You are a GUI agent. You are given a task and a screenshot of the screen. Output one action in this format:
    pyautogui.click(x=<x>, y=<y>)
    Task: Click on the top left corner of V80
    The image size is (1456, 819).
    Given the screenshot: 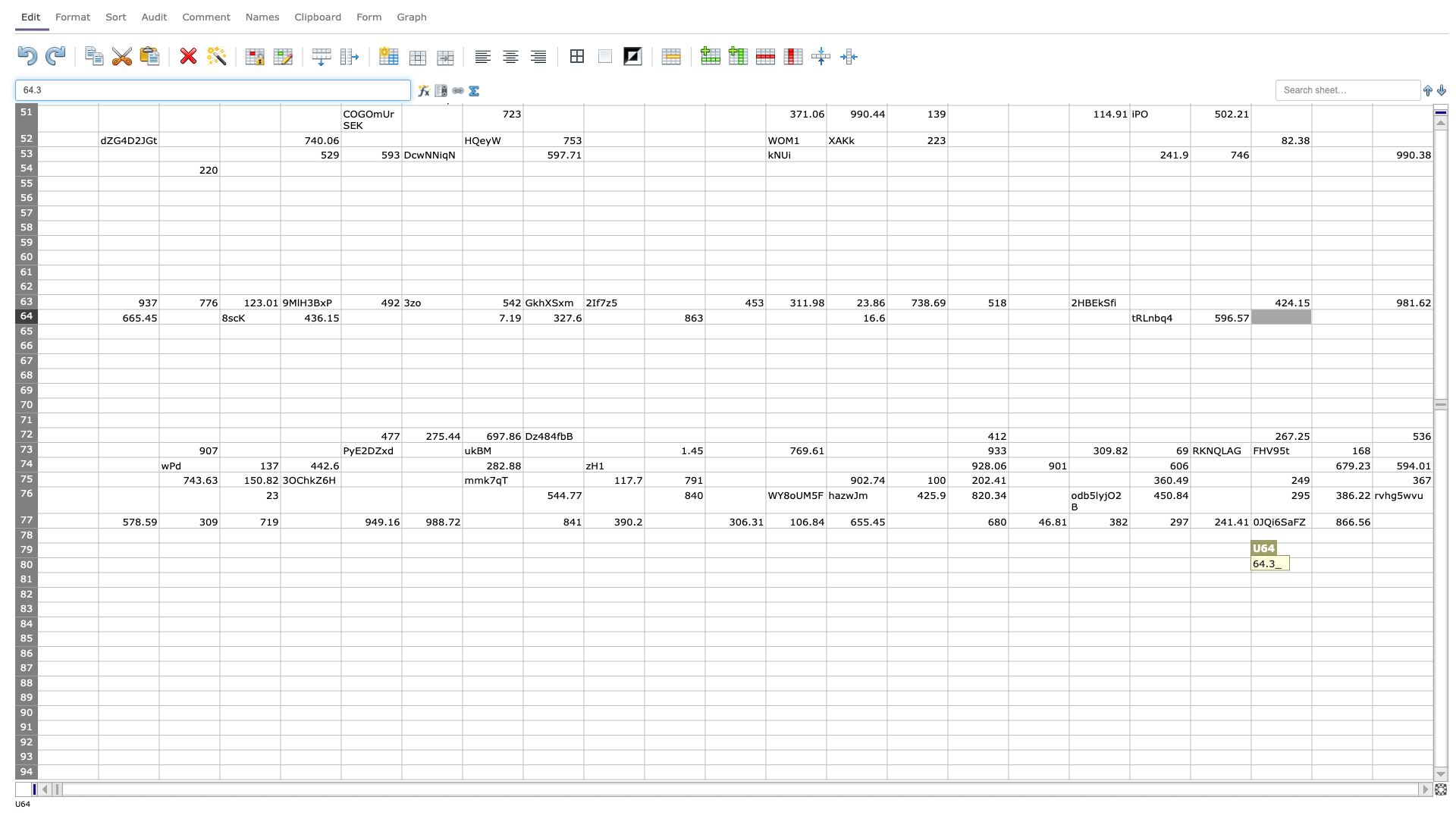 What is the action you would take?
    pyautogui.click(x=1310, y=557)
    